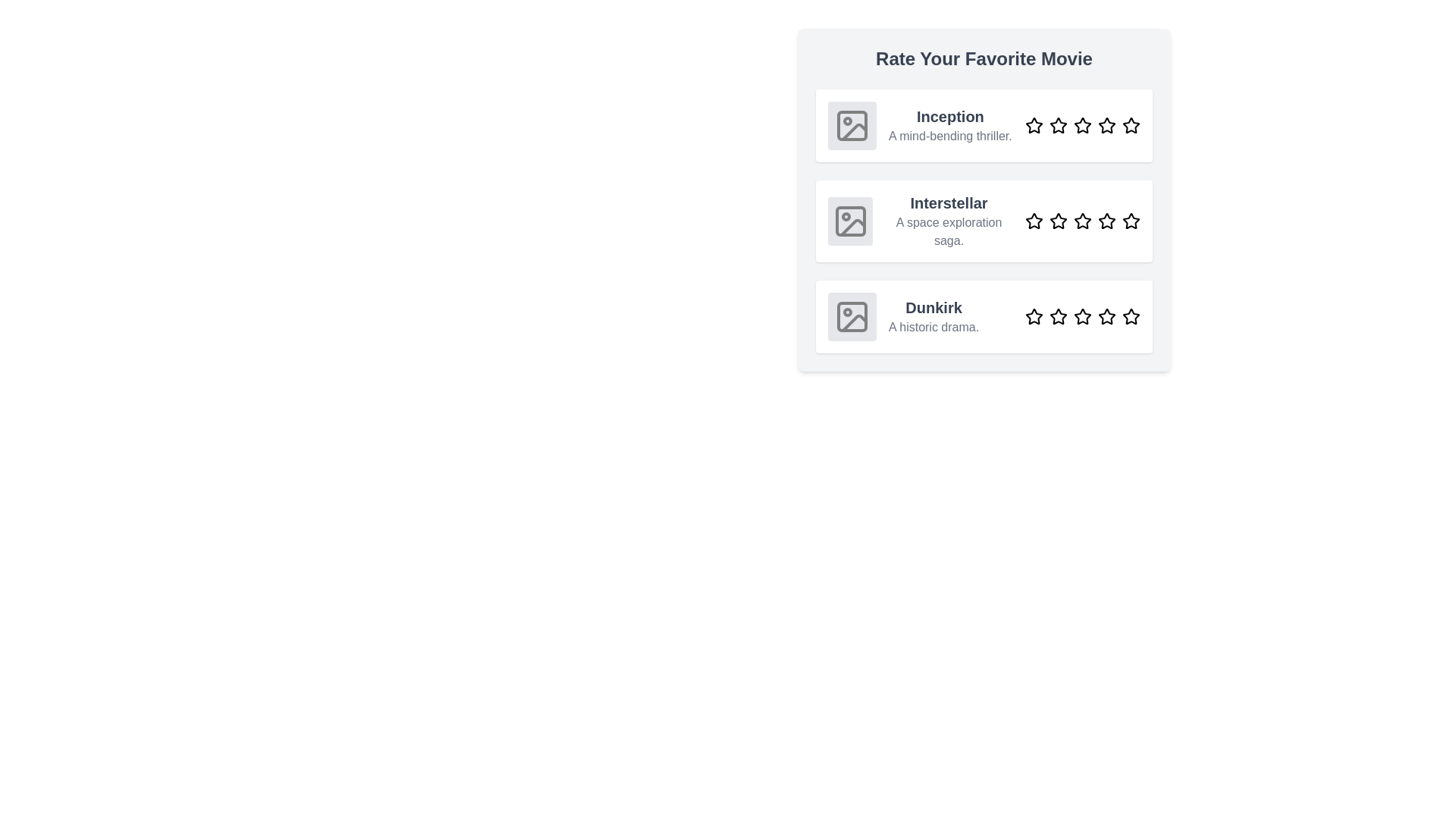  What do you see at coordinates (850, 221) in the screenshot?
I see `the visual button that serves as a placeholder for the item it represents, which is located within the second image button in the list on the page` at bounding box center [850, 221].